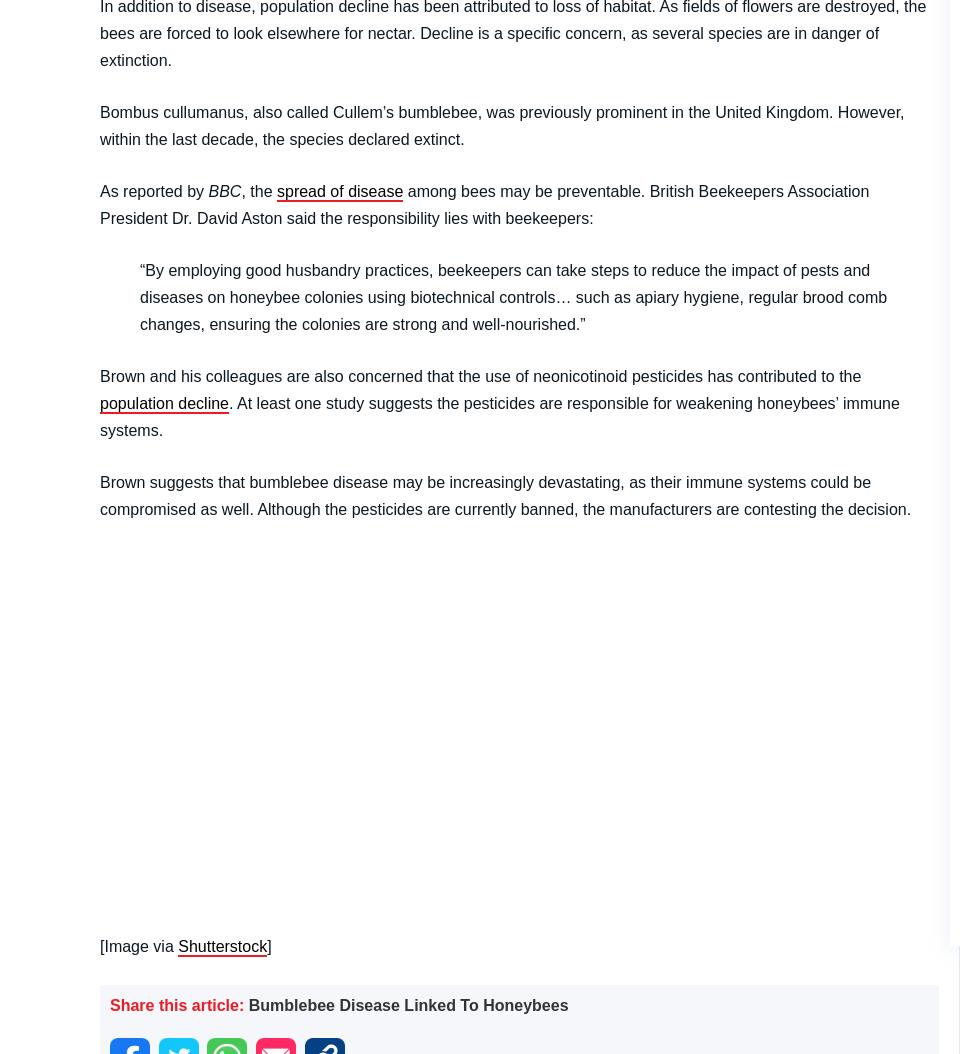 The height and width of the screenshot is (1054, 960). What do you see at coordinates (138, 944) in the screenshot?
I see `'[Image via'` at bounding box center [138, 944].